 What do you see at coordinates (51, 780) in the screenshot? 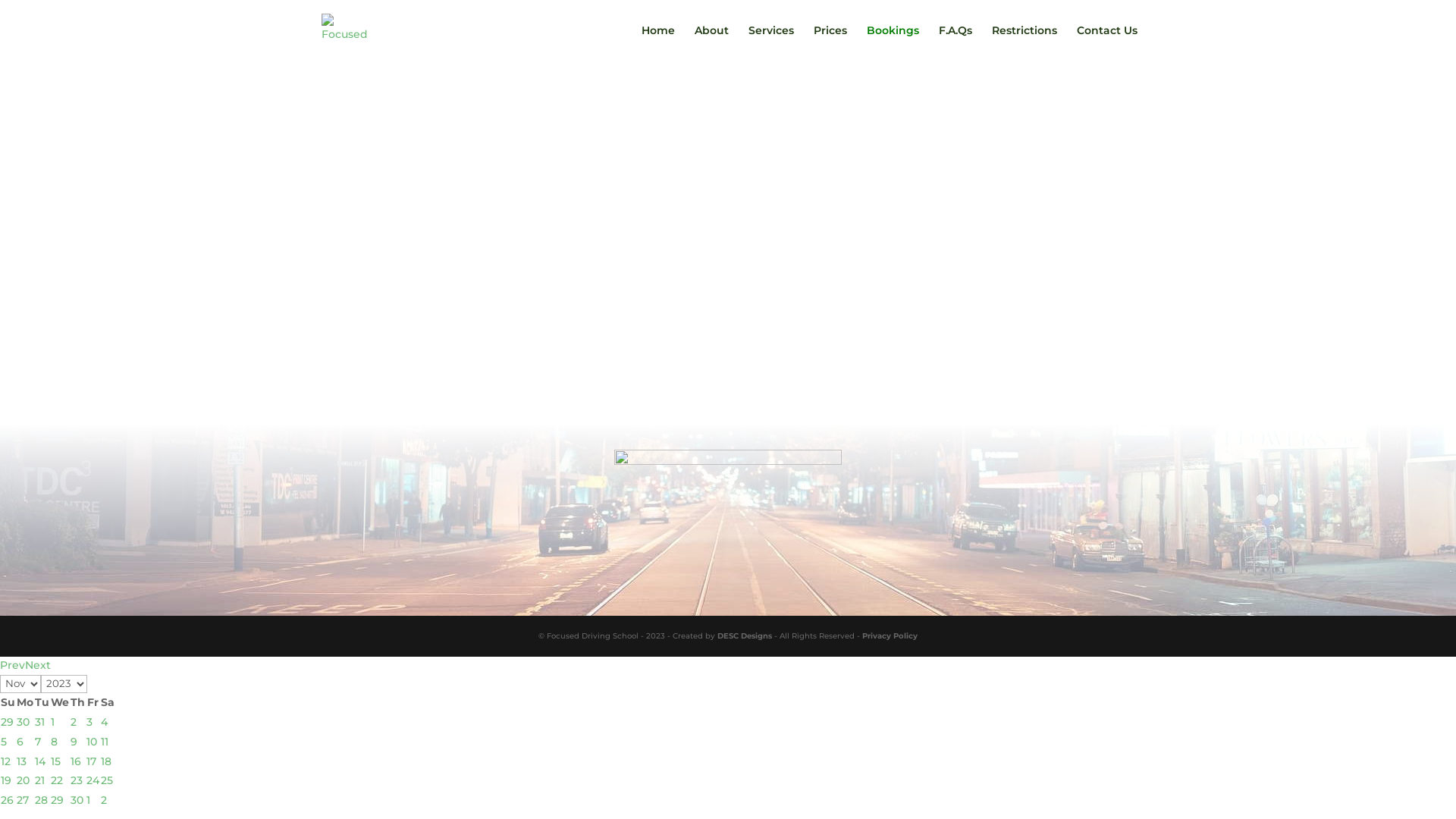
I see `'22'` at bounding box center [51, 780].